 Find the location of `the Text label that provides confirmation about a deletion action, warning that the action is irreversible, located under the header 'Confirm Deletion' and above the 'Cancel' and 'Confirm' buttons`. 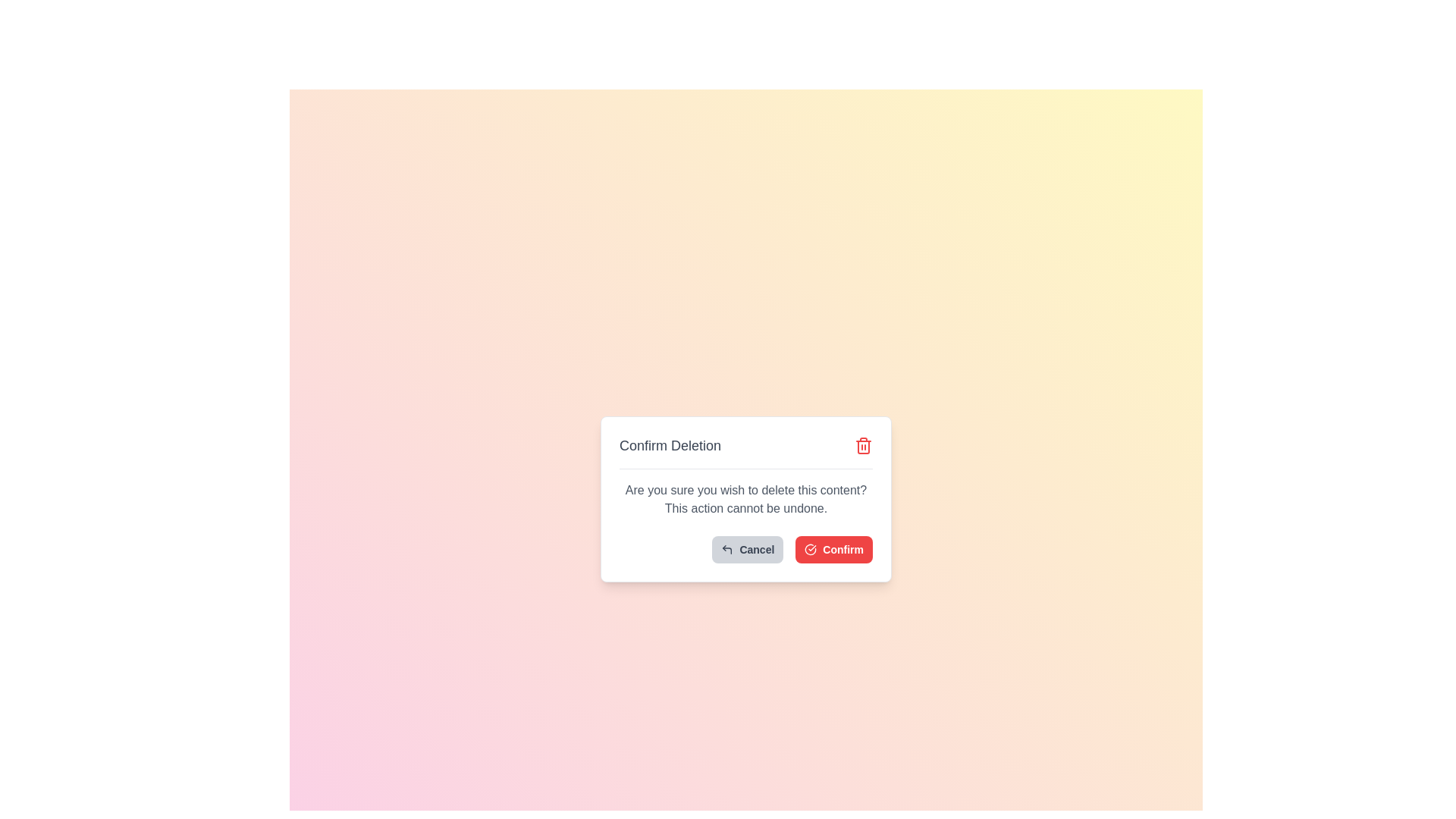

the Text label that provides confirmation about a deletion action, warning that the action is irreversible, located under the header 'Confirm Deletion' and above the 'Cancel' and 'Confirm' buttons is located at coordinates (745, 499).